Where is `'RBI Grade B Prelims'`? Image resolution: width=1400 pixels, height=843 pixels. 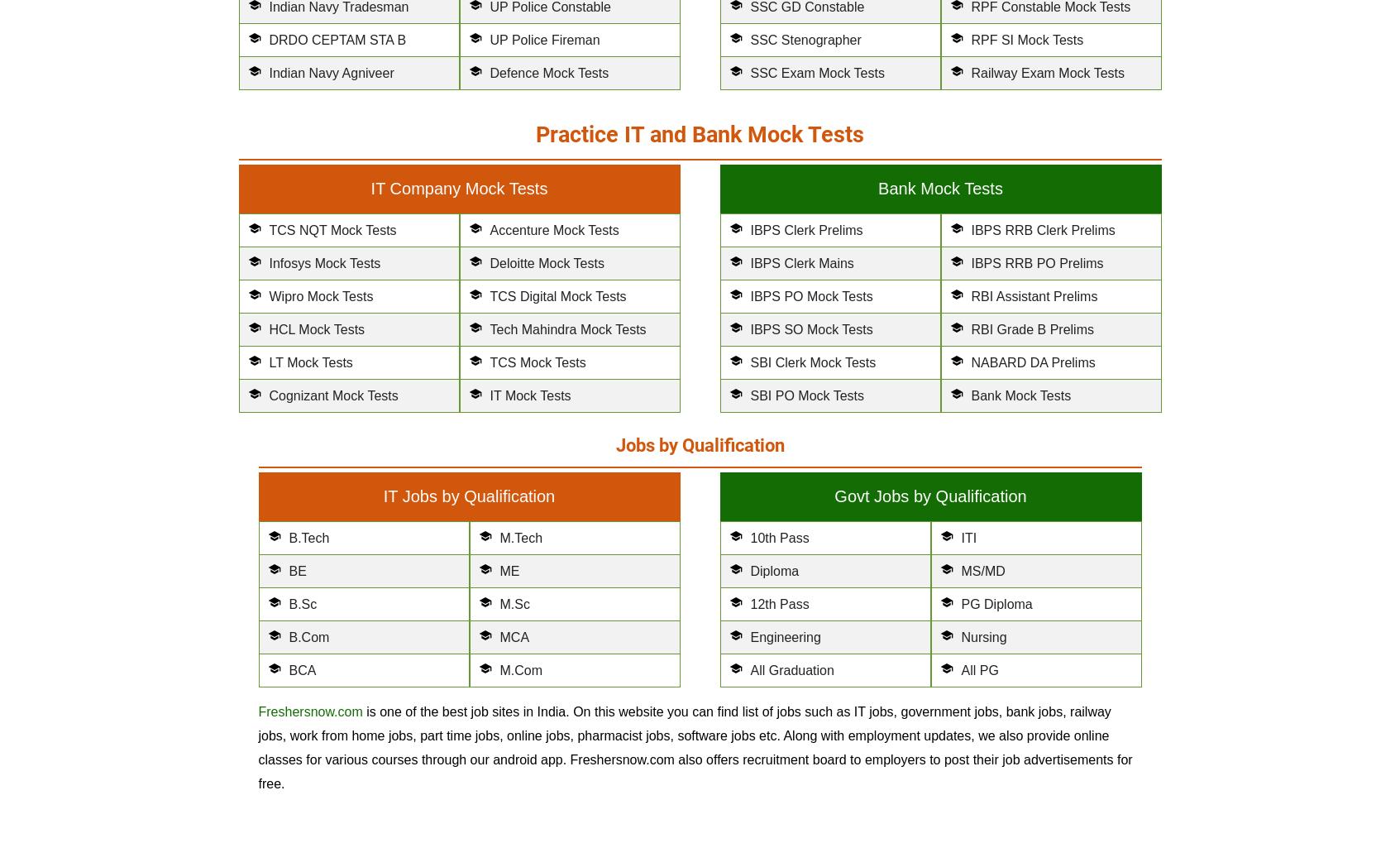
'RBI Grade B Prelims' is located at coordinates (1032, 328).